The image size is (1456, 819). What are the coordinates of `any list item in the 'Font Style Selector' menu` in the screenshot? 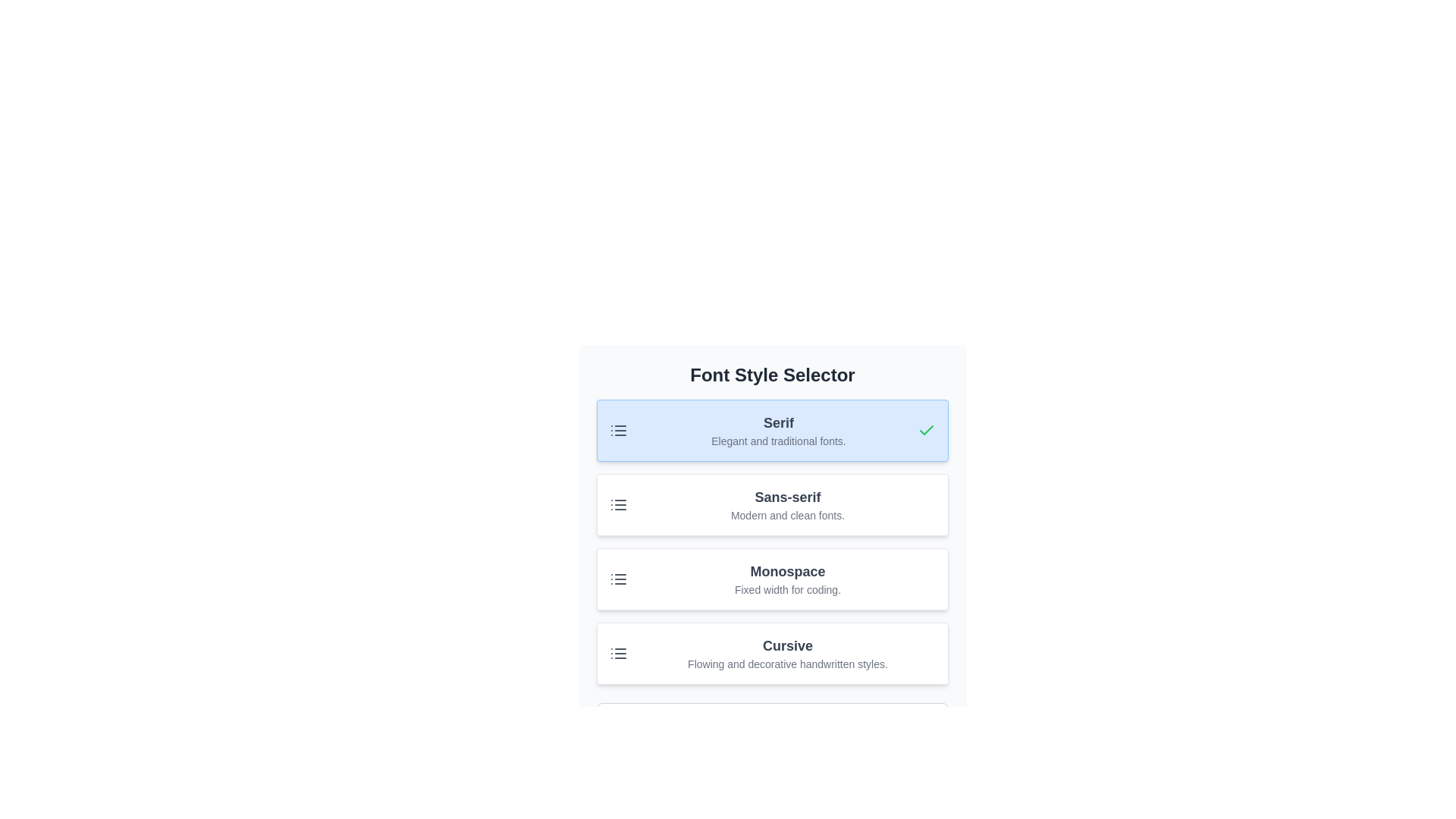 It's located at (772, 541).